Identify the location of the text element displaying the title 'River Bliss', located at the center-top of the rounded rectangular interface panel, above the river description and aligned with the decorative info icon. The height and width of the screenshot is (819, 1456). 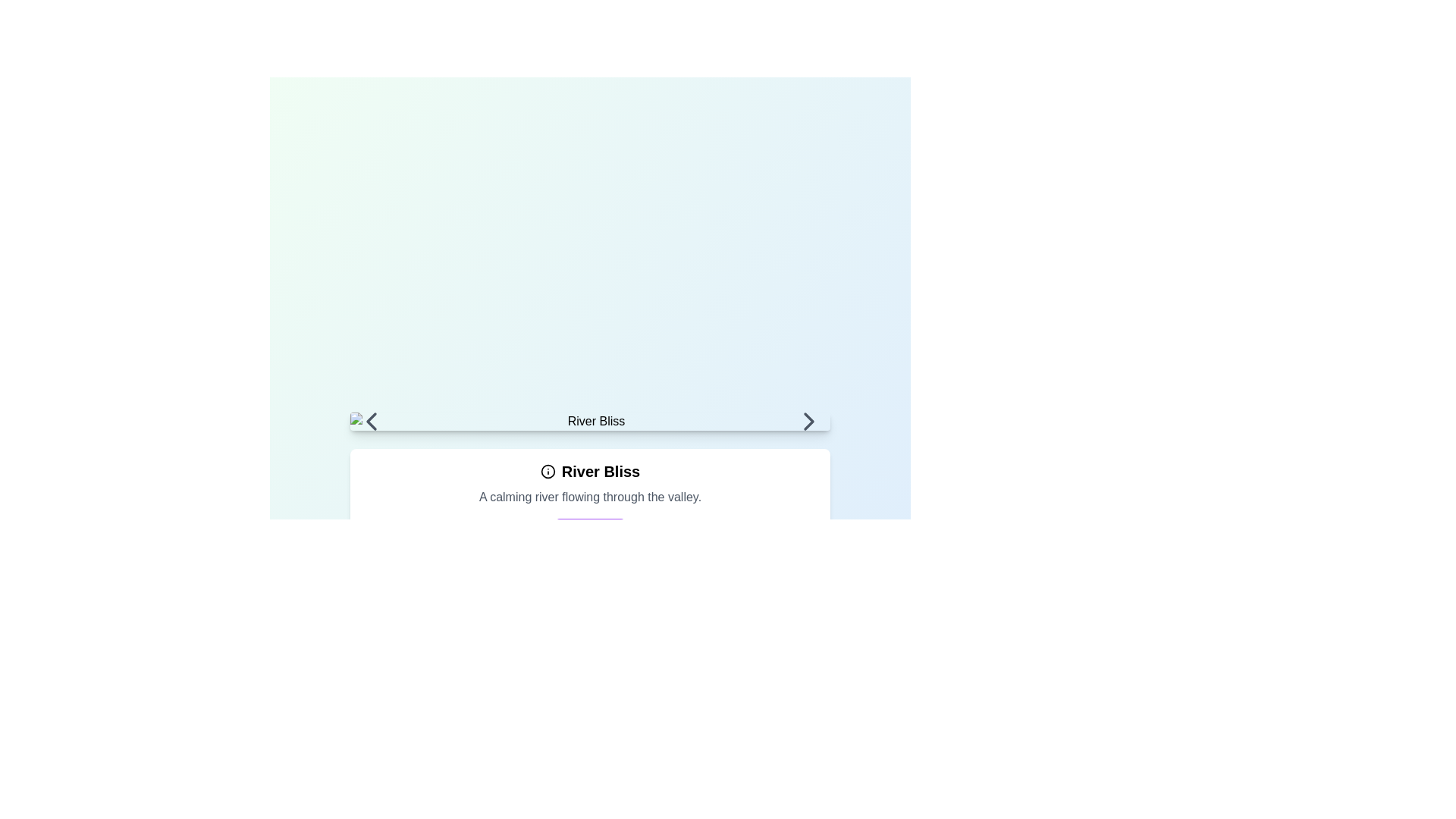
(589, 470).